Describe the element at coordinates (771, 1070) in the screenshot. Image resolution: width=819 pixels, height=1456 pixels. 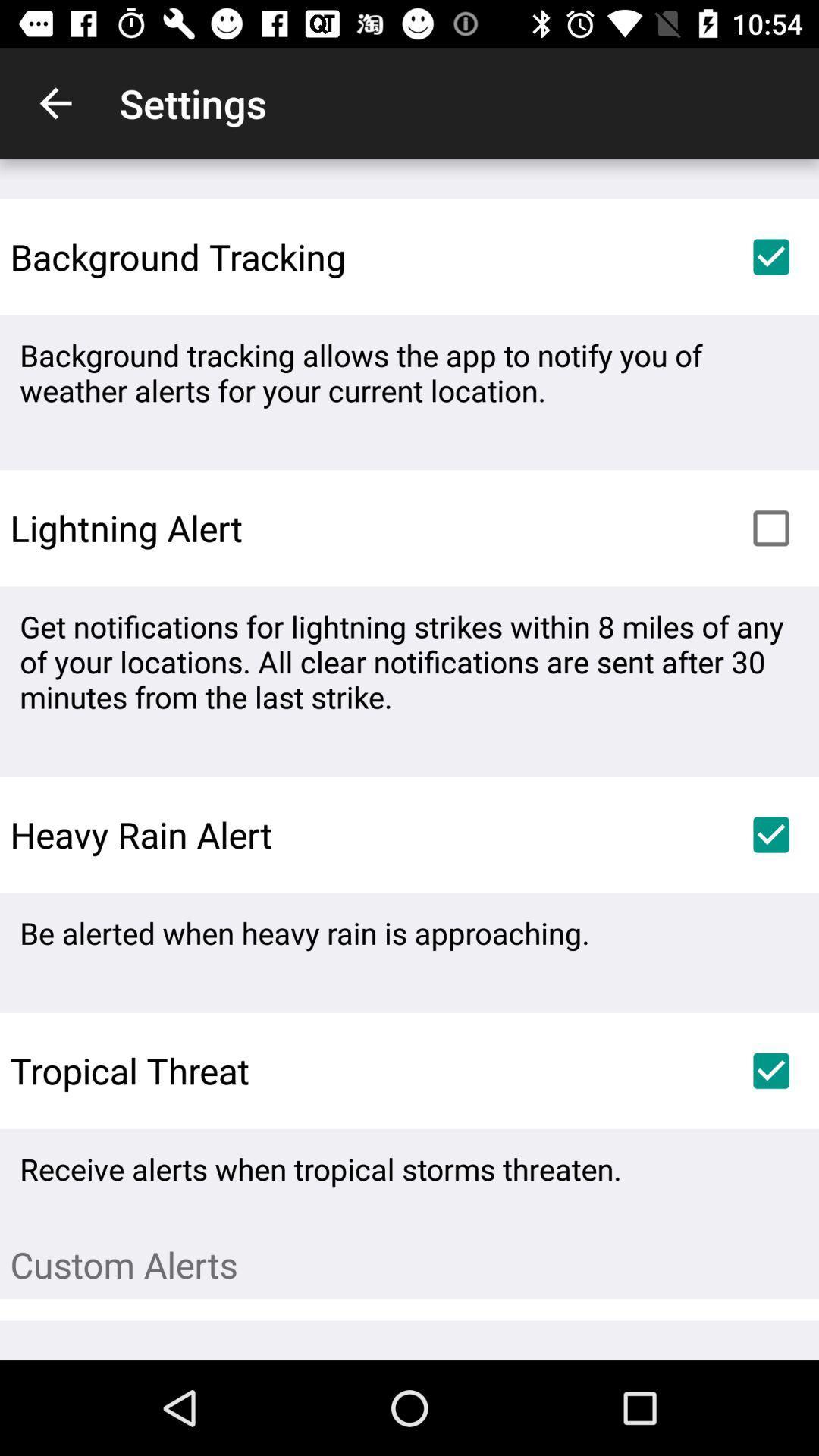
I see `the item next to tropical threat` at that location.